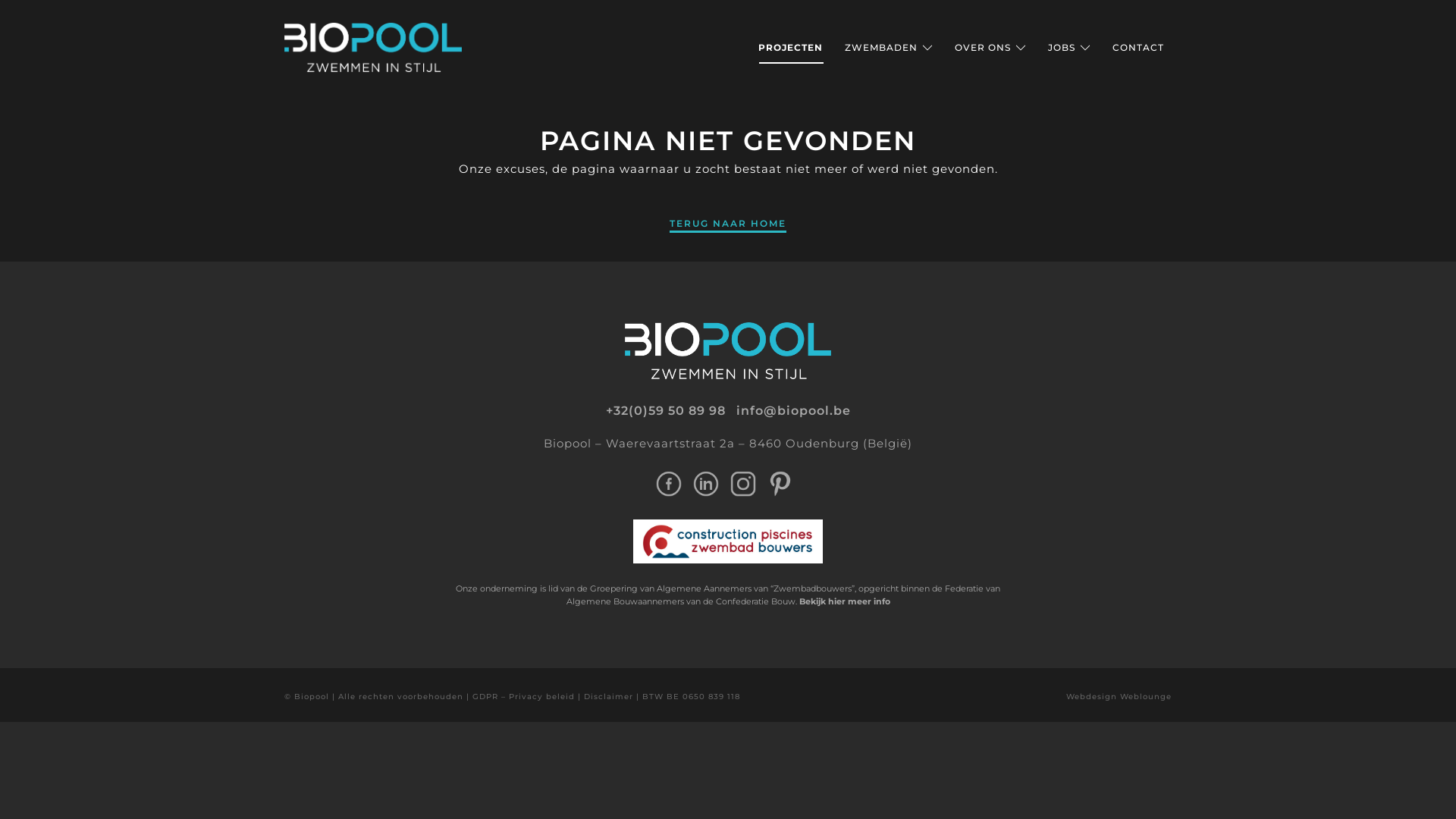 The width and height of the screenshot is (1456, 819). Describe the element at coordinates (665, 411) in the screenshot. I see `'+32(0)59 50 89 98'` at that location.